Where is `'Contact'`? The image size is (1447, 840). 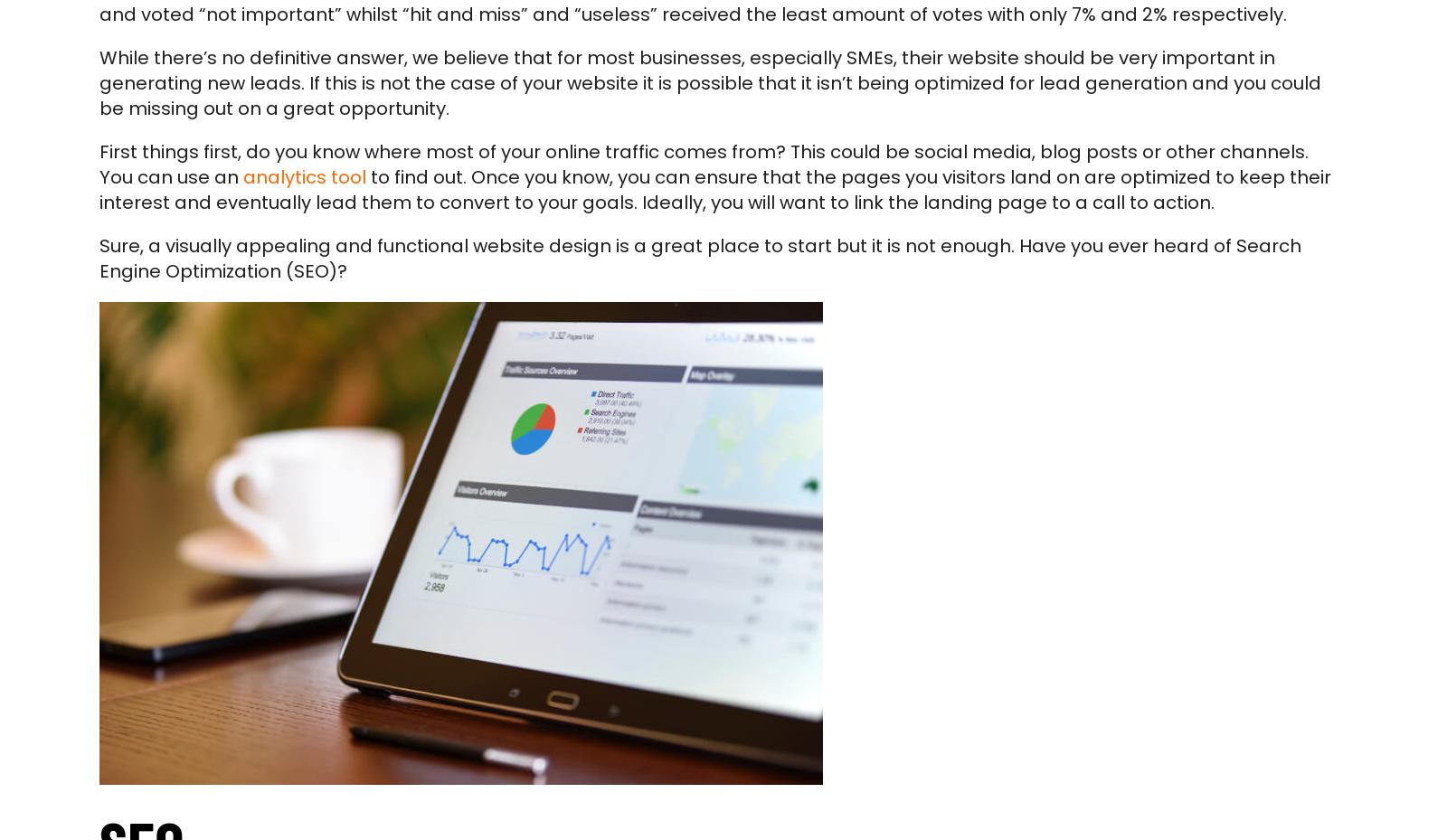 'Contact' is located at coordinates (97, 585).